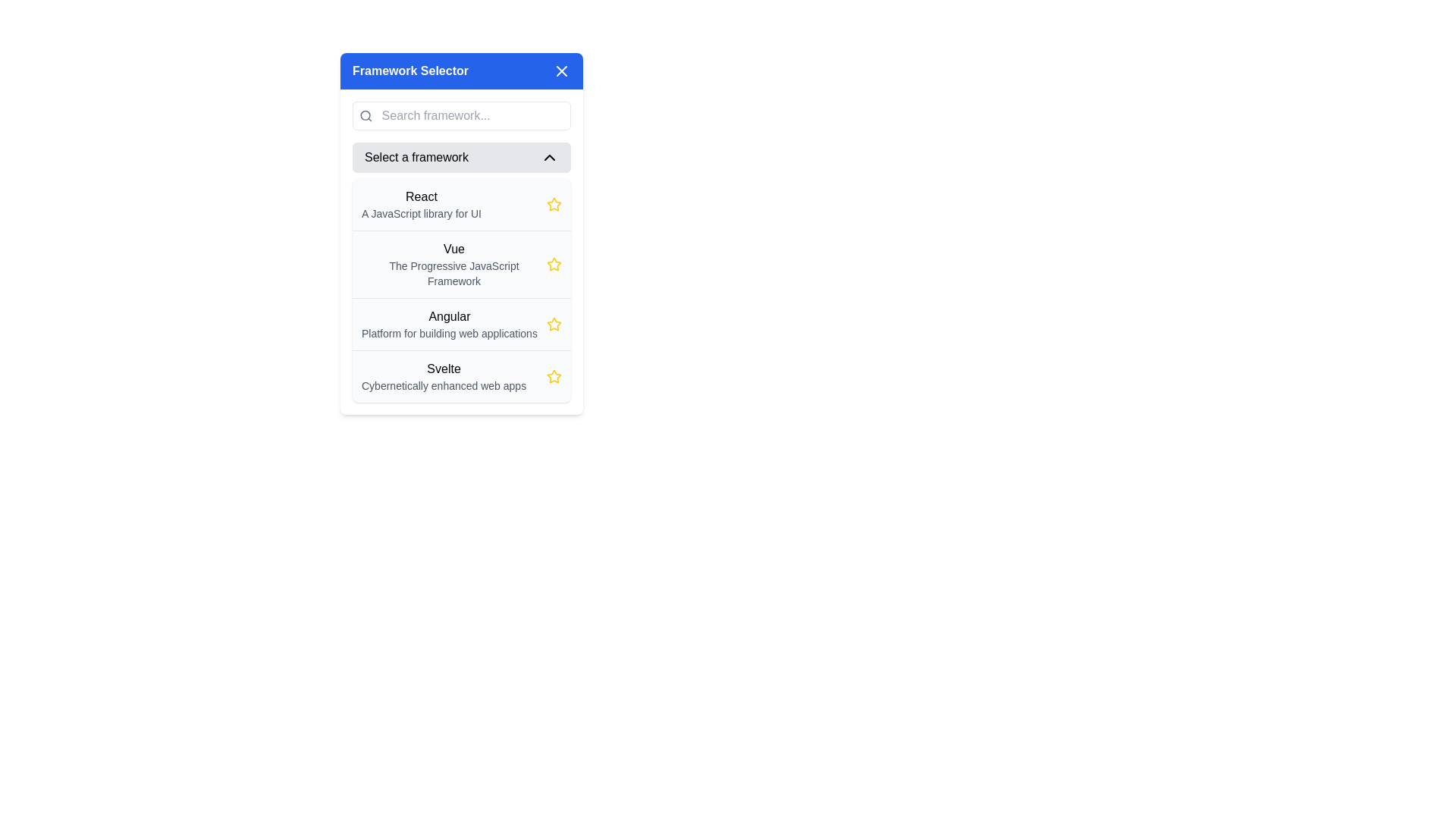  What do you see at coordinates (422, 213) in the screenshot?
I see `the text label that provides information about the 'React' framework, located beneath the 'React' title in the dropdown list` at bounding box center [422, 213].